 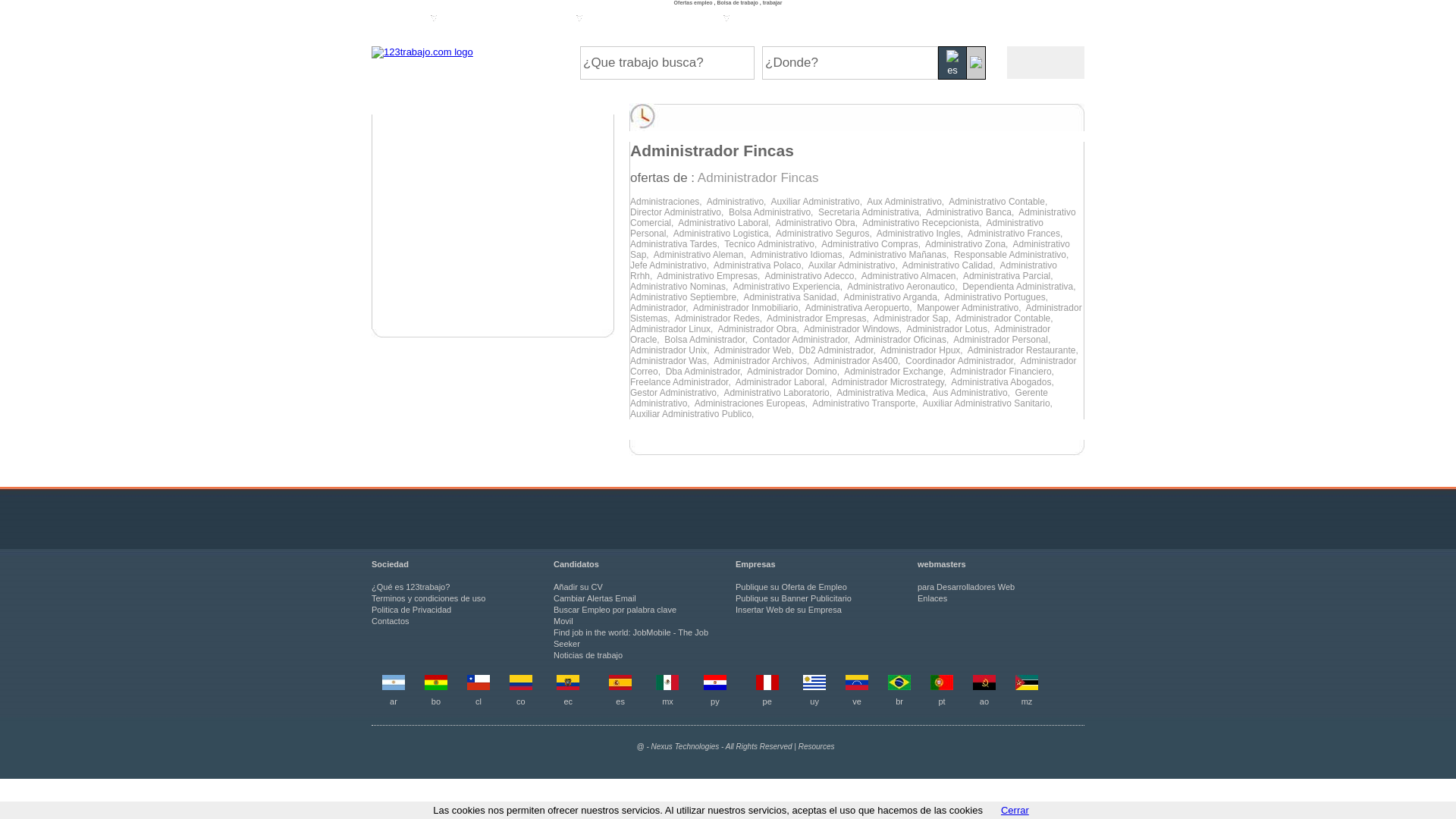 I want to click on 'Contador Administrador, ', so click(x=802, y=338).